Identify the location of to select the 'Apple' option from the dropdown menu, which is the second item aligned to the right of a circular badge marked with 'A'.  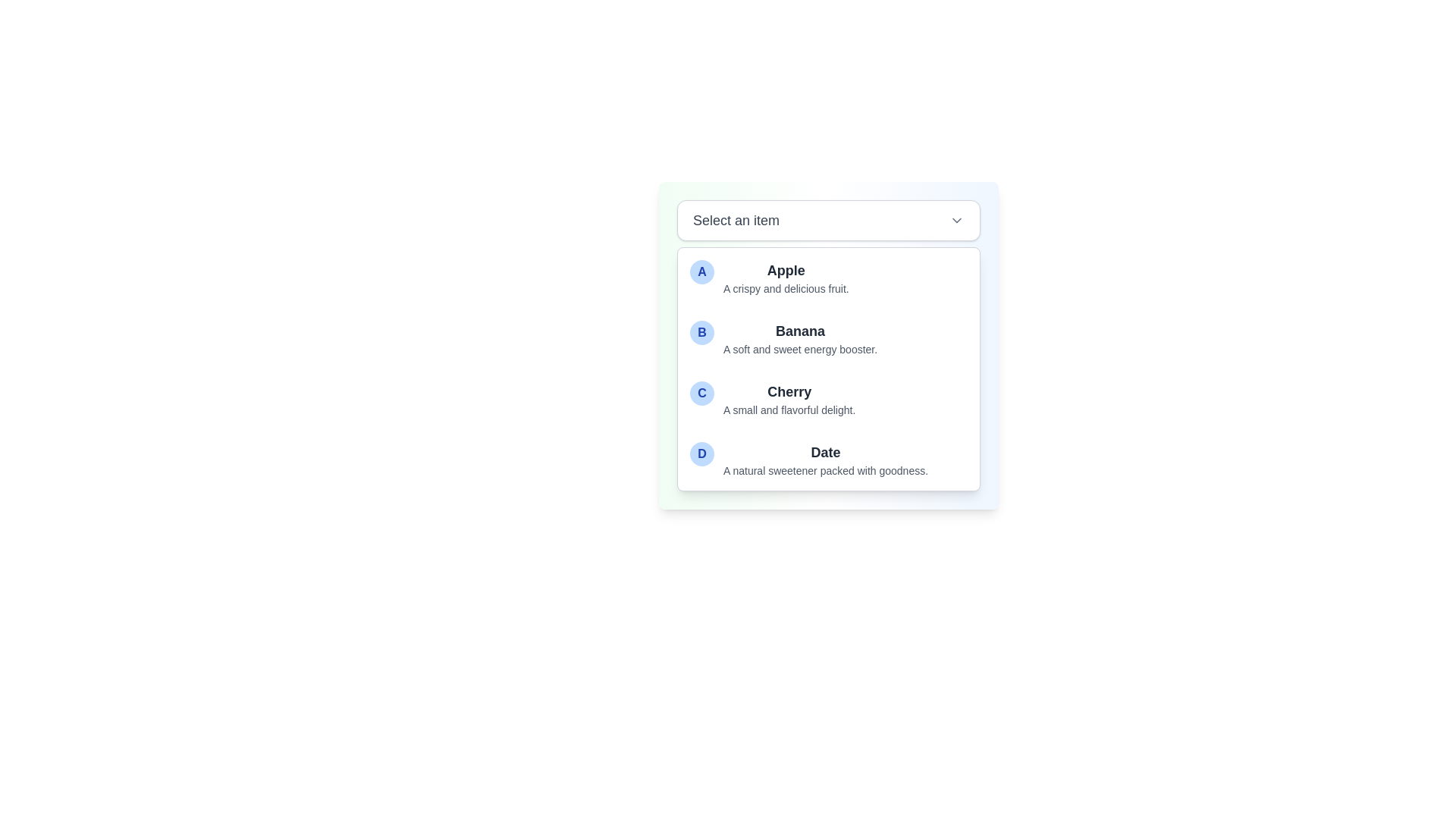
(786, 278).